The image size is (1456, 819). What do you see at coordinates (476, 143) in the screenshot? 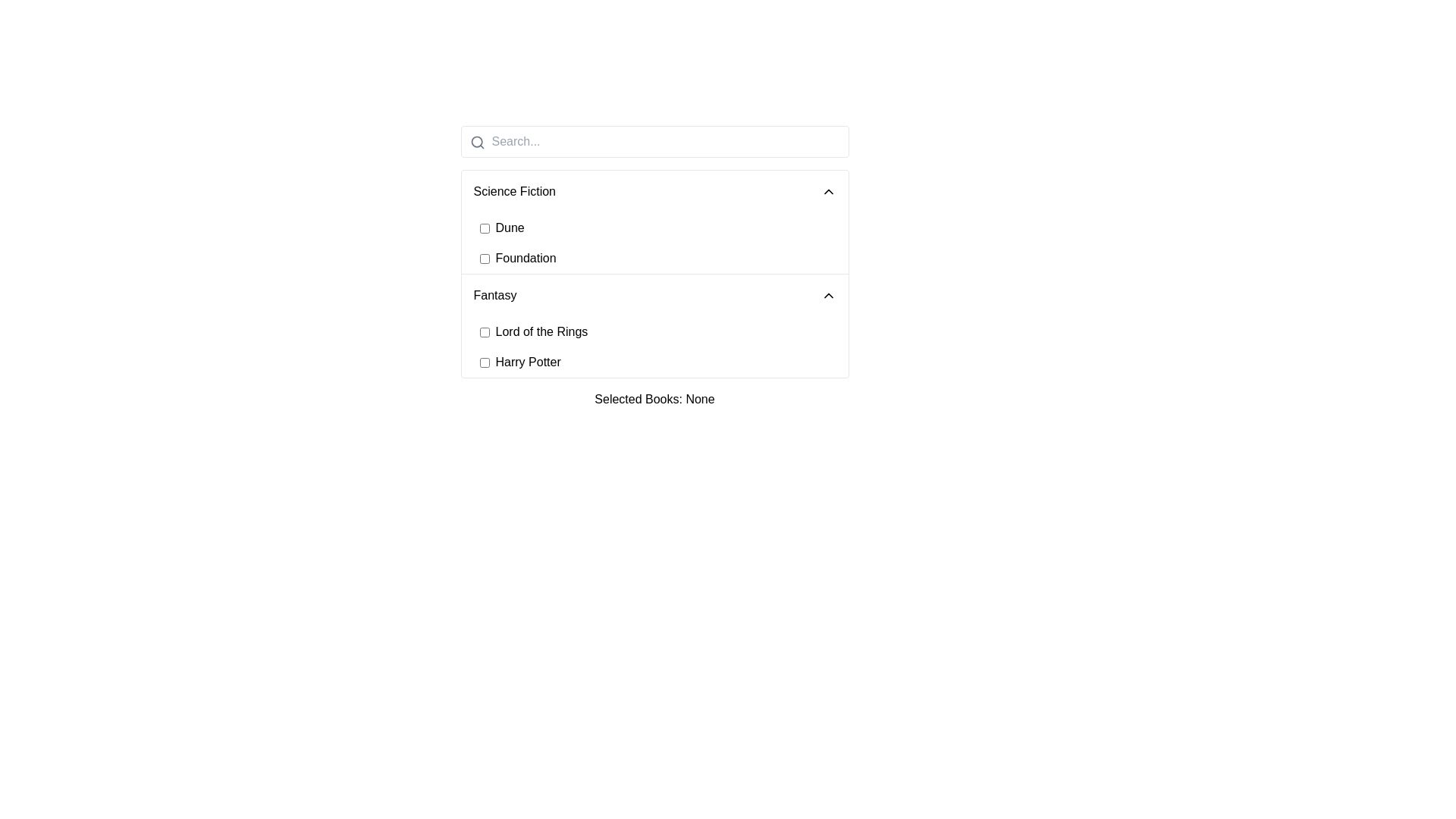
I see `the search icon depicted as a gray magnifying glass located on the left side of the 'Search' text input box` at bounding box center [476, 143].